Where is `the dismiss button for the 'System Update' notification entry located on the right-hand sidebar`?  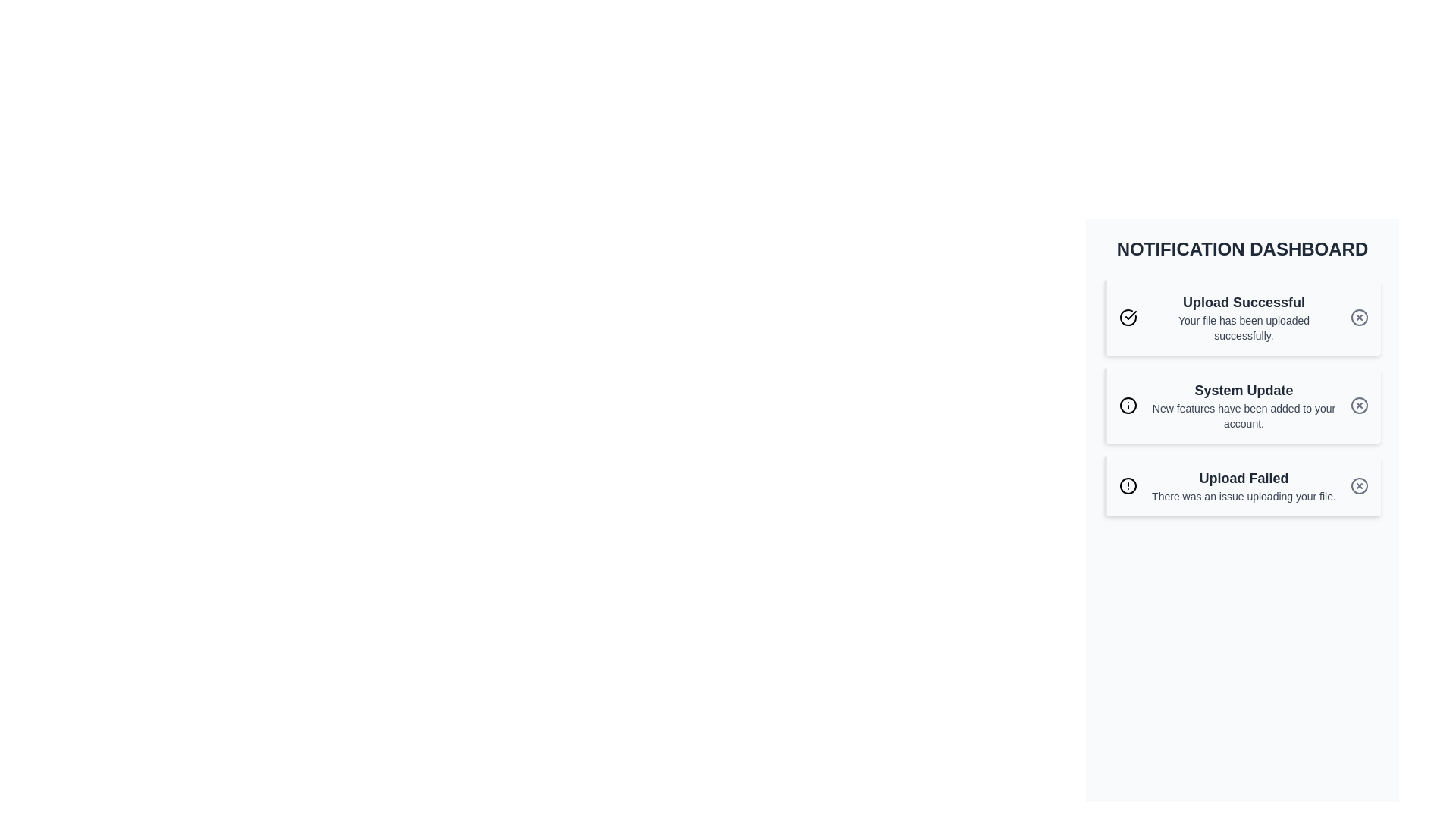 the dismiss button for the 'System Update' notification entry located on the right-hand sidebar is located at coordinates (1360, 405).